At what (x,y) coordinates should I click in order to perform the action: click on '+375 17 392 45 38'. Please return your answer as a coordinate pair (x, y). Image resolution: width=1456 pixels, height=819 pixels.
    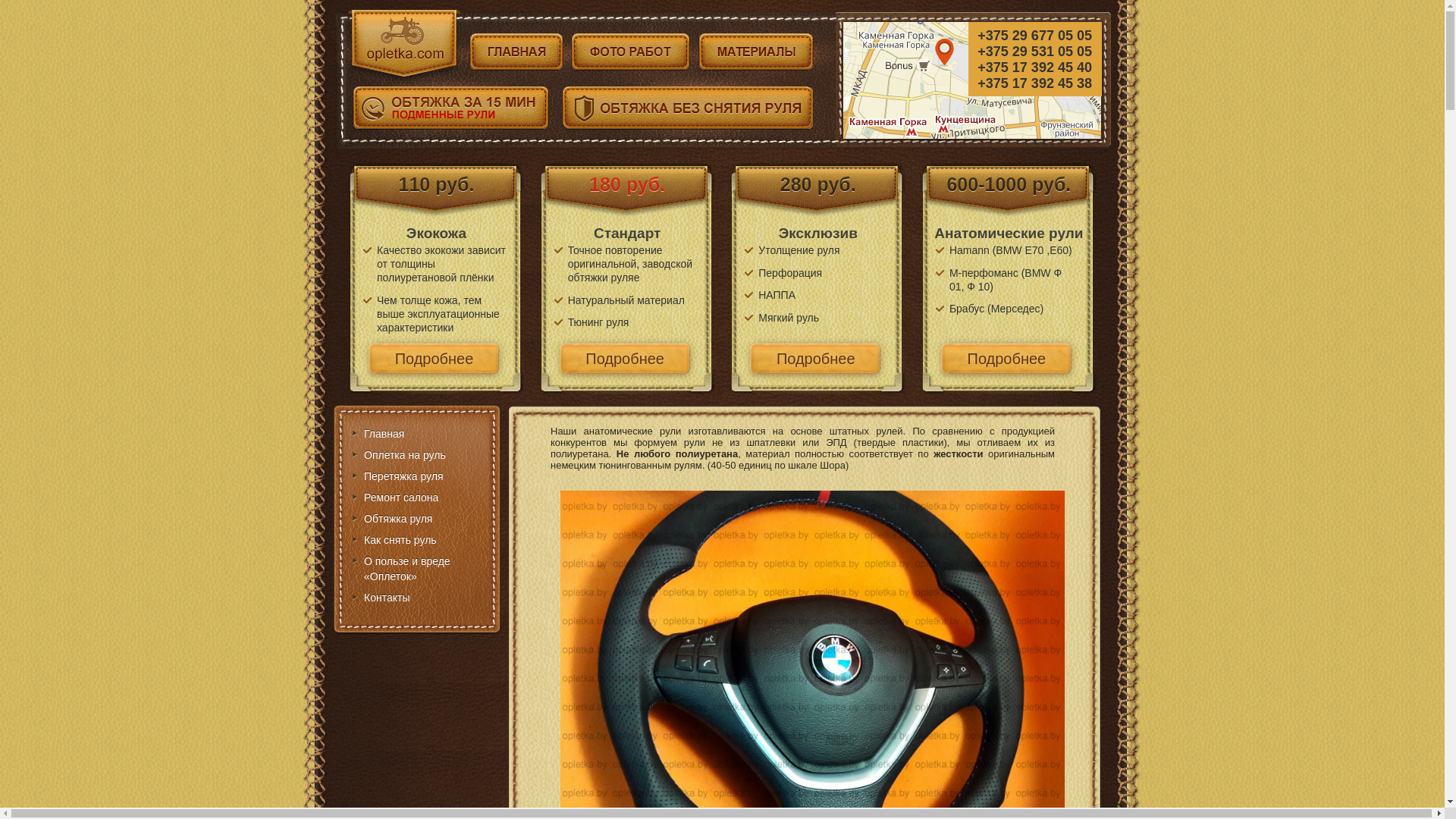
    Looking at the image, I should click on (1034, 83).